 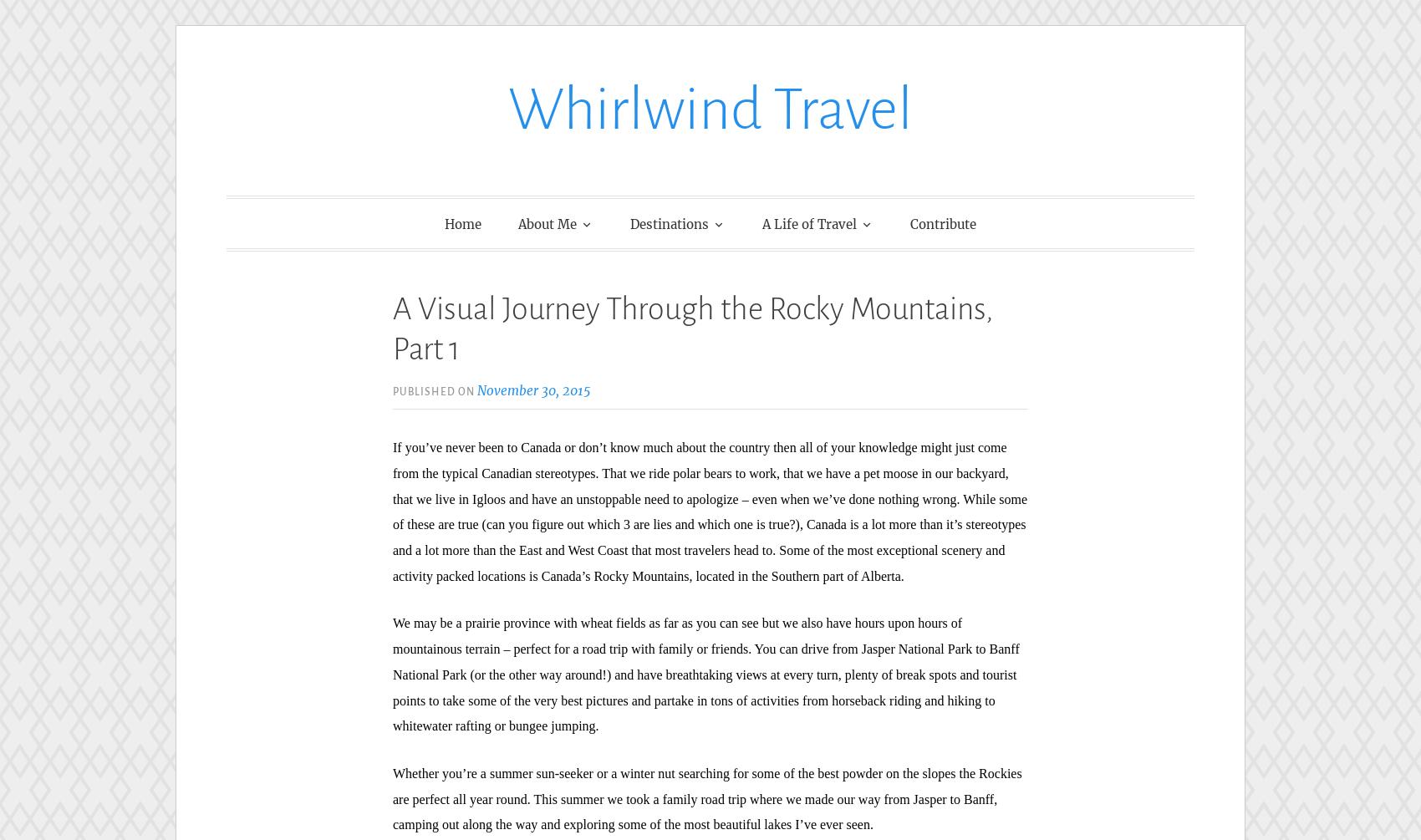 What do you see at coordinates (435, 391) in the screenshot?
I see `'Published on'` at bounding box center [435, 391].